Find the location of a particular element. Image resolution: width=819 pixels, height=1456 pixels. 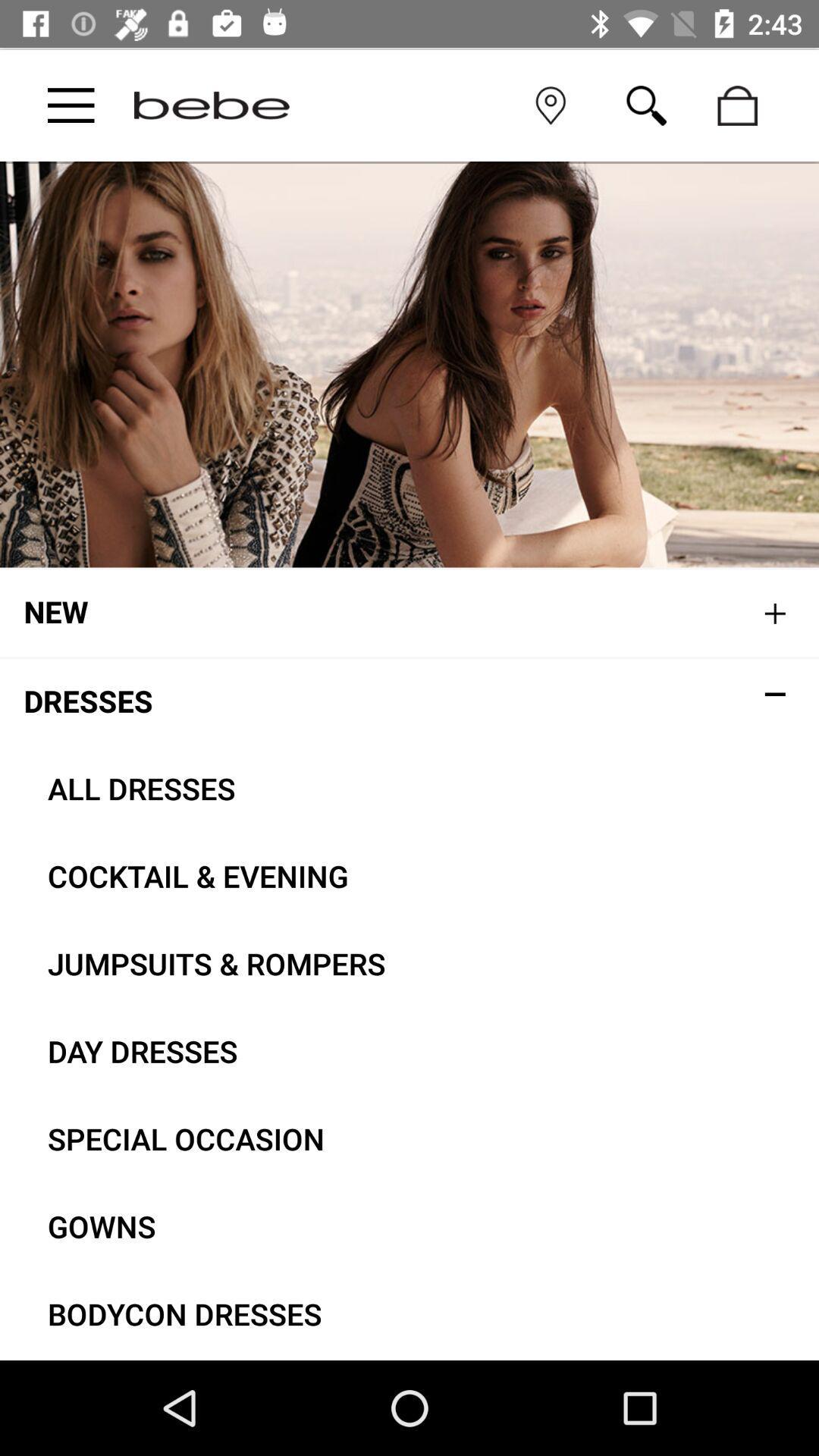

a pulldown meni is located at coordinates (71, 105).